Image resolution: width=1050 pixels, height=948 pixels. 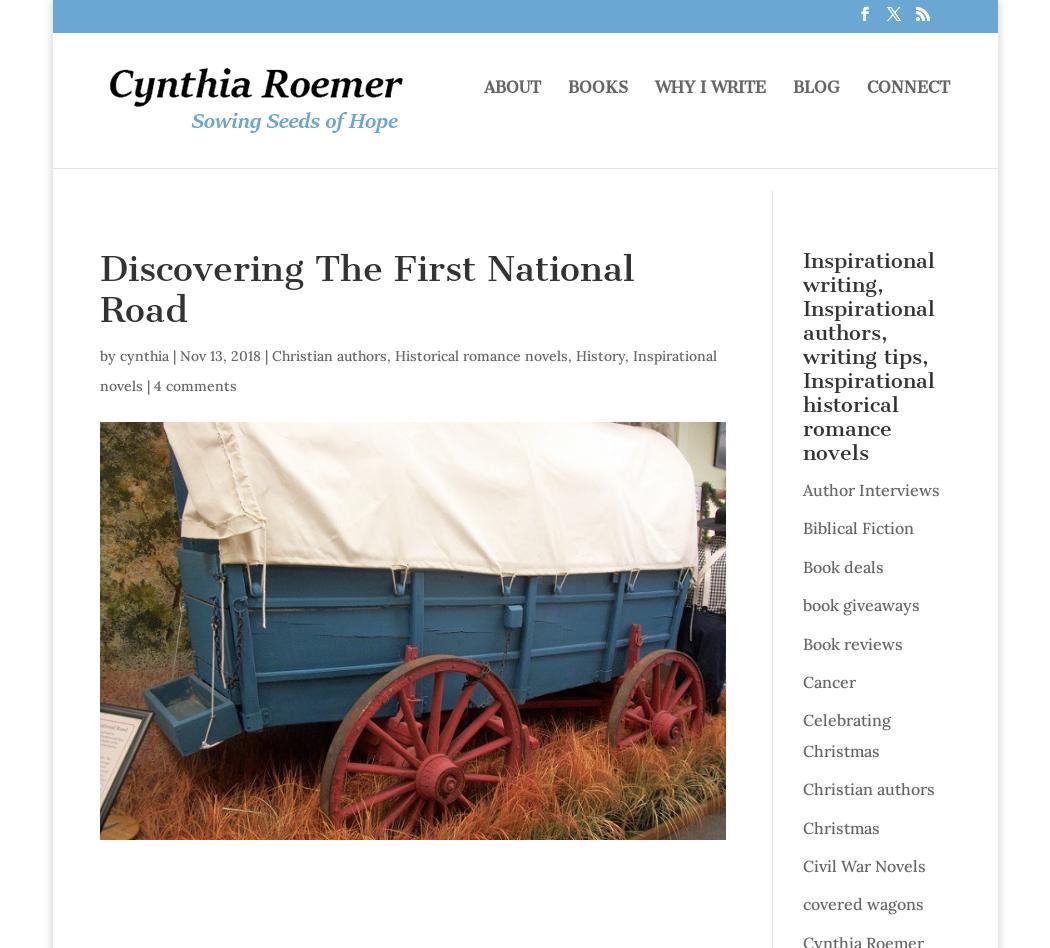 What do you see at coordinates (851, 642) in the screenshot?
I see `'Book reviews'` at bounding box center [851, 642].